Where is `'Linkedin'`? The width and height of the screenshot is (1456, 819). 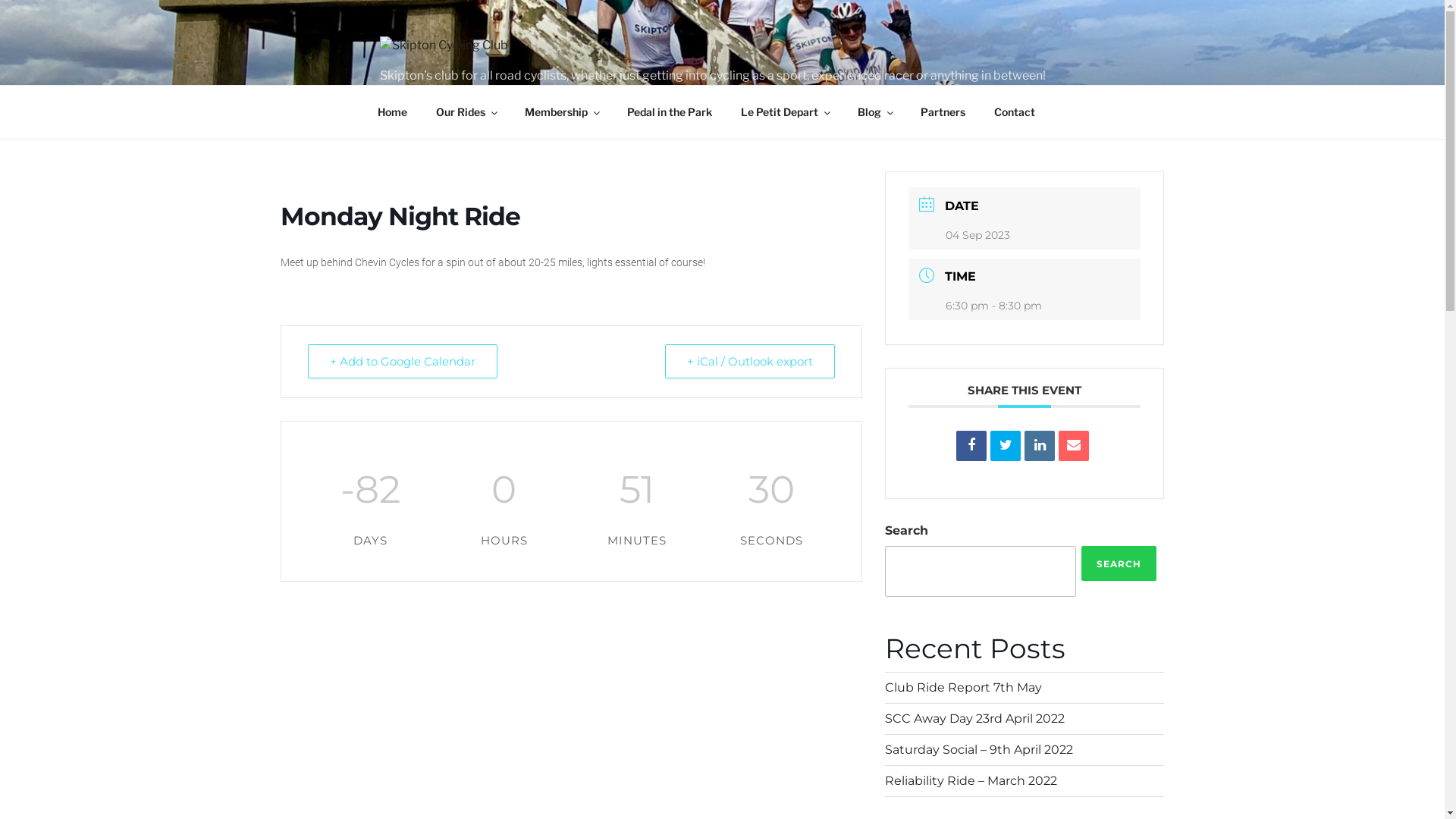
'Linkedin' is located at coordinates (1039, 444).